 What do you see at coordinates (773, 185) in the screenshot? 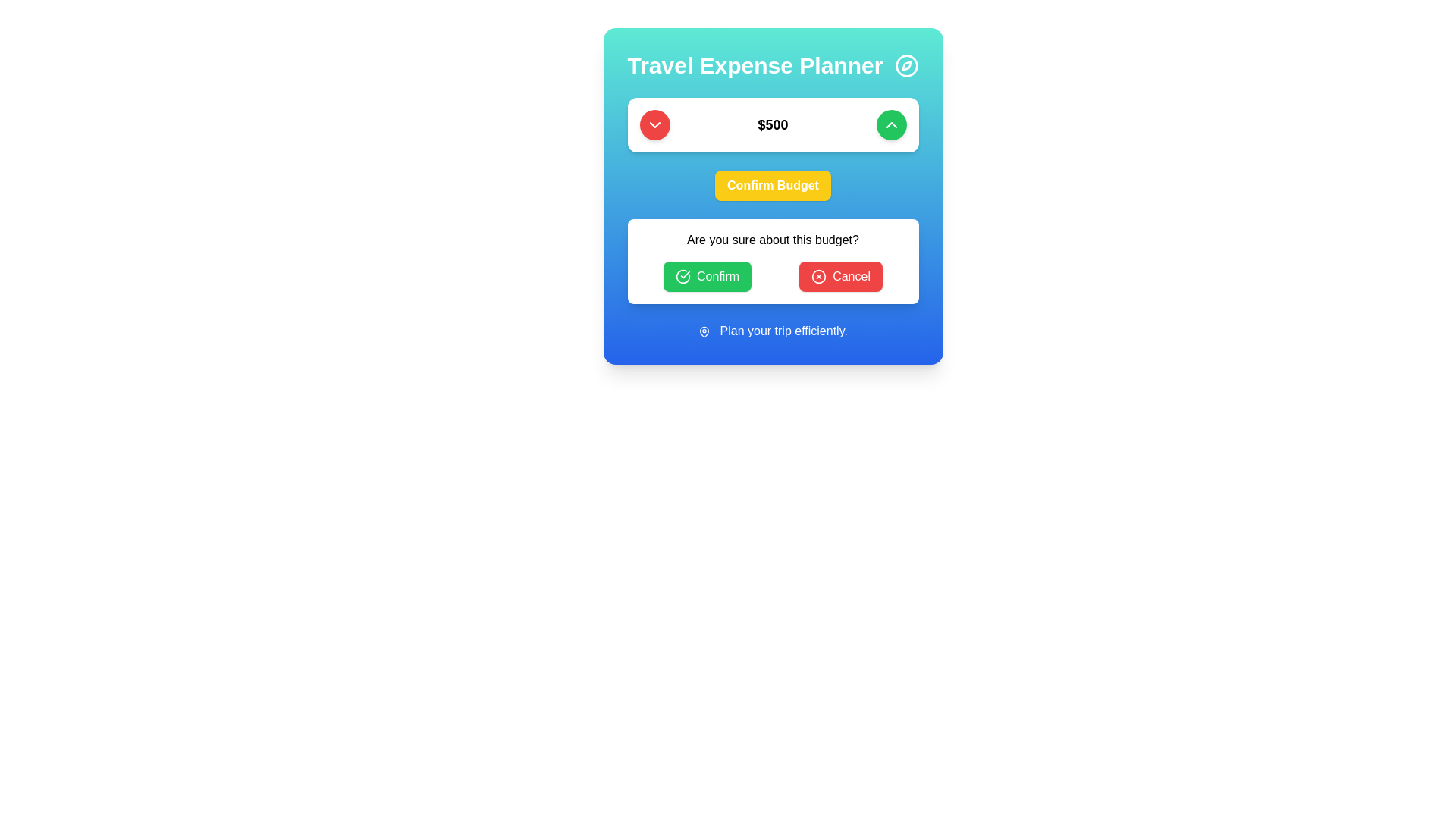
I see `the 'Confirm Budget' button, which is a rectangular button with a yellow background and rounded corners, located centrally within the white card interface` at bounding box center [773, 185].